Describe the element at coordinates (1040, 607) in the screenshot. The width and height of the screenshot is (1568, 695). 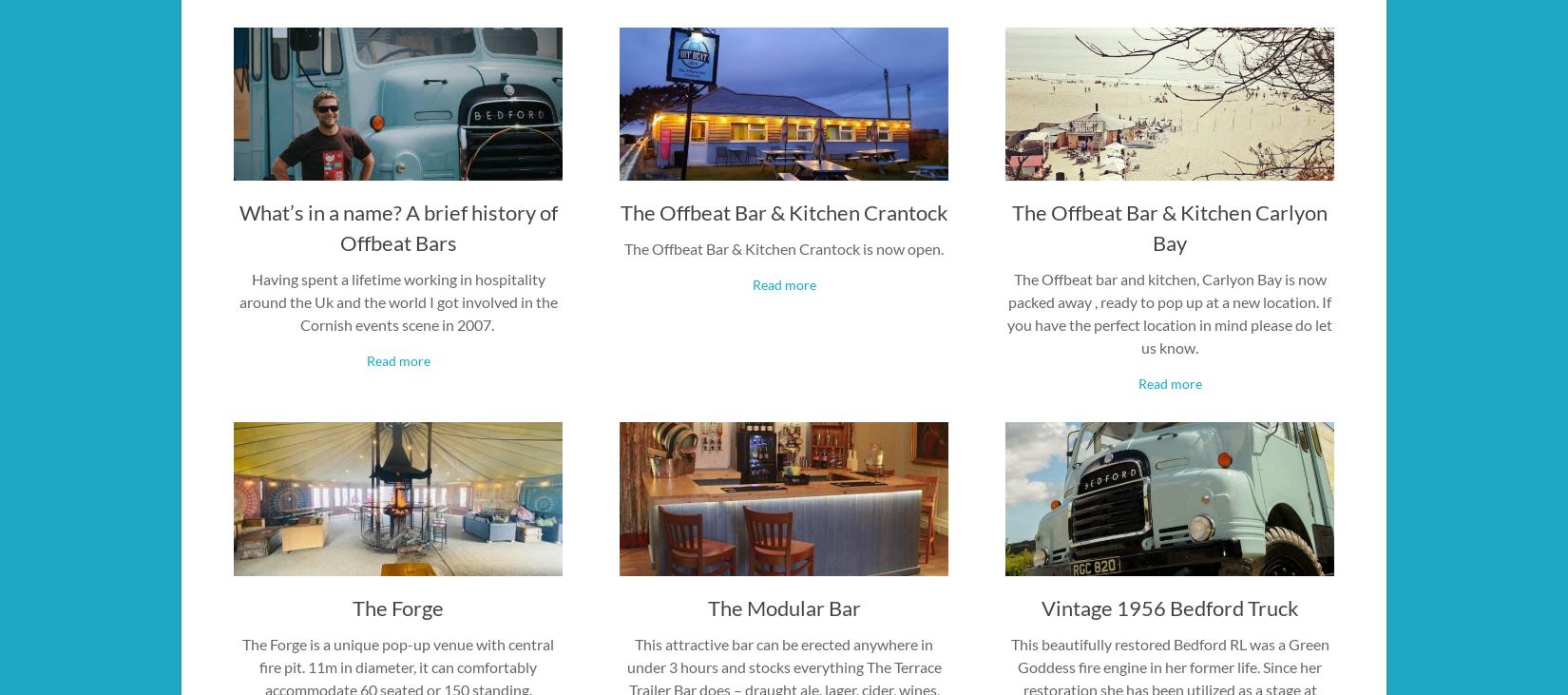
I see `'Vintage 1956 Bedford Truck'` at that location.